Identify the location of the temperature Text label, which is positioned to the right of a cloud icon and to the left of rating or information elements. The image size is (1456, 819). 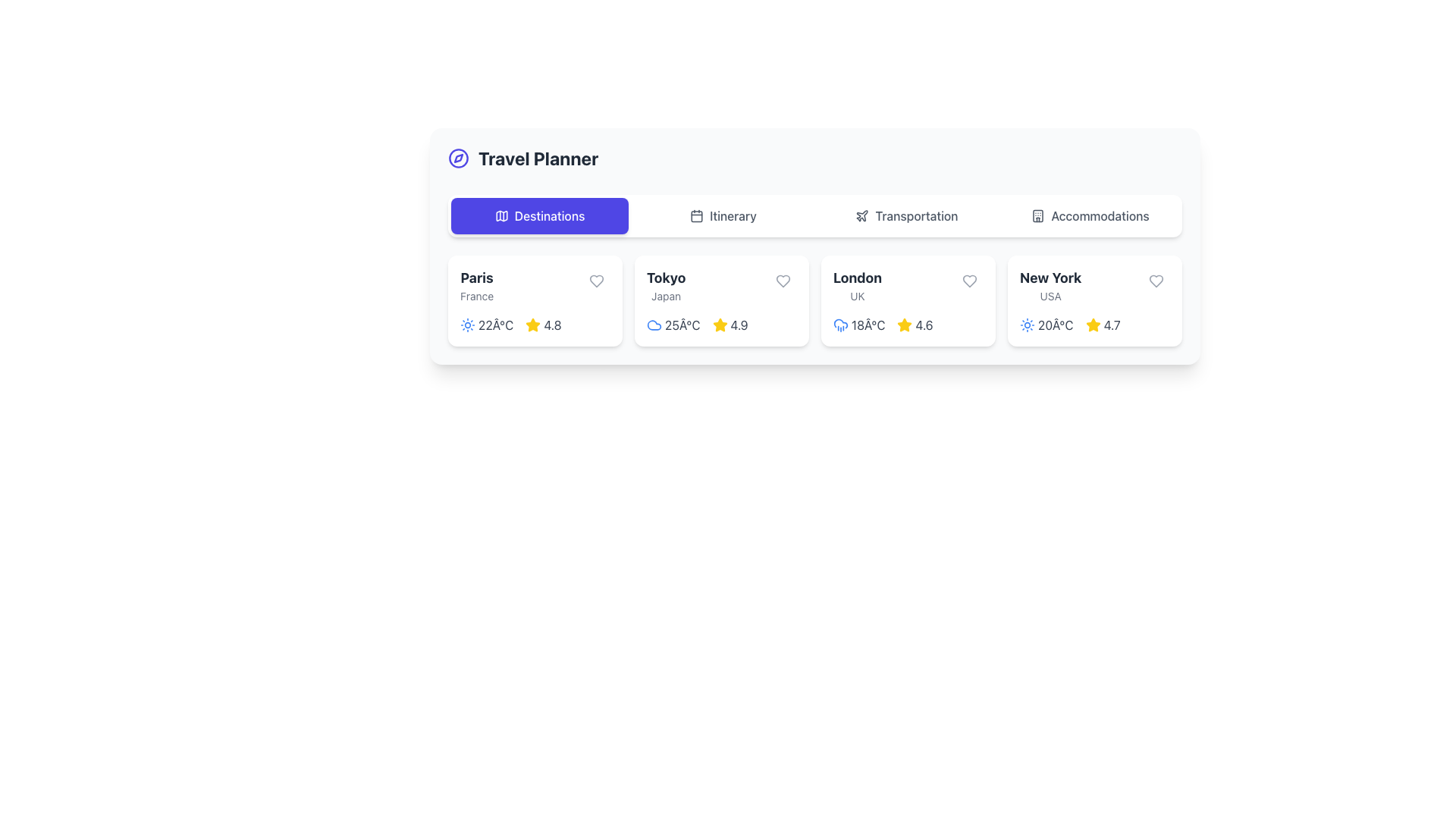
(682, 324).